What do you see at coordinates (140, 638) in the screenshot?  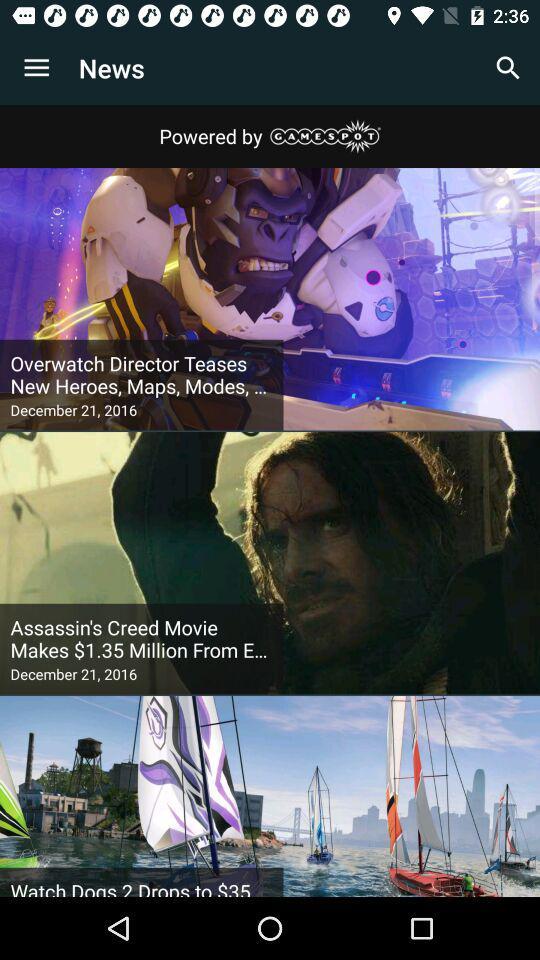 I see `the item above december 21, 2016 icon` at bounding box center [140, 638].